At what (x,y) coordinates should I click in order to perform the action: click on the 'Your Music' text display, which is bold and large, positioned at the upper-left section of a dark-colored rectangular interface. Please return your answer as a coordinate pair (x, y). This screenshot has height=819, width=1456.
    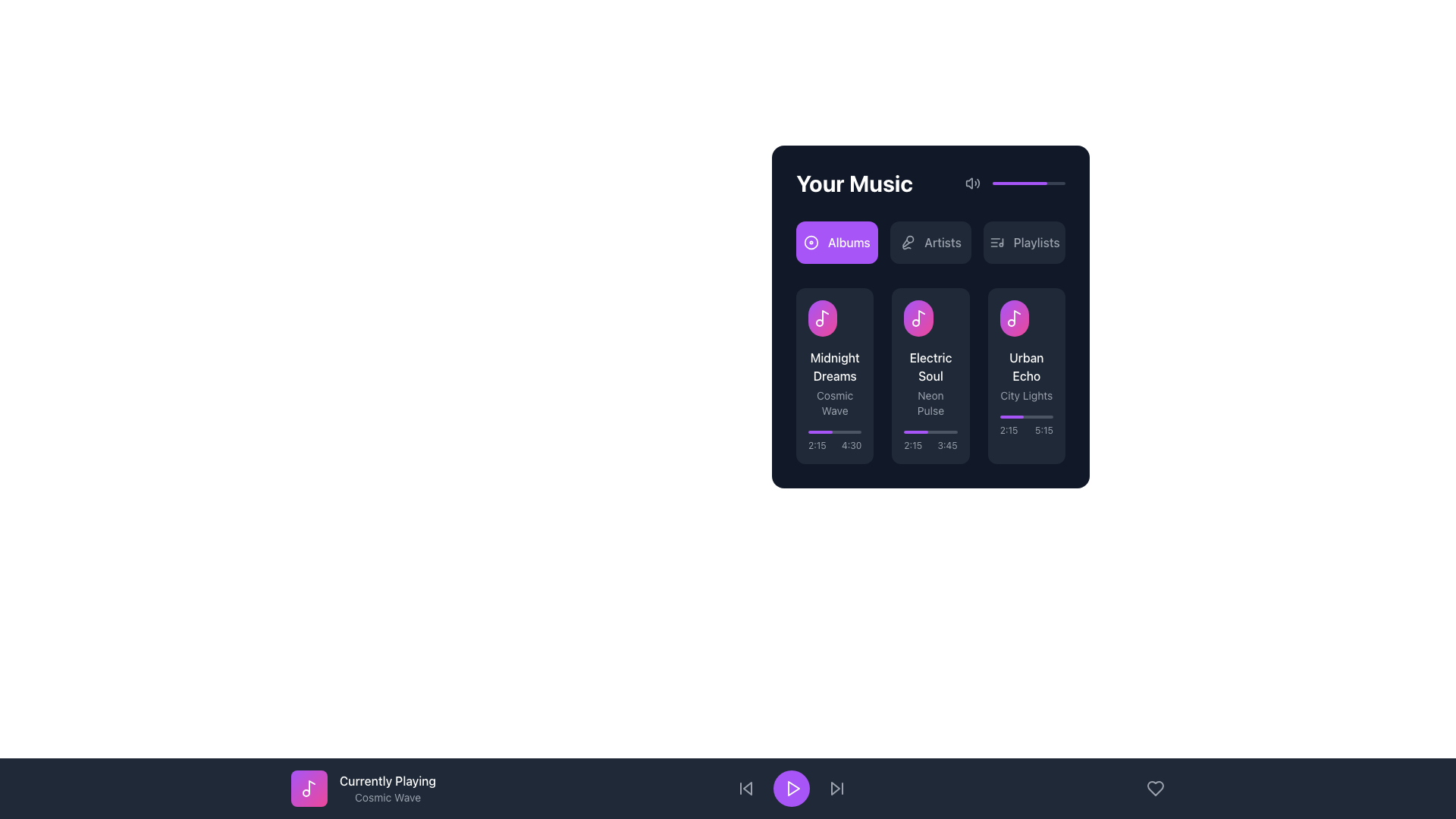
    Looking at the image, I should click on (855, 183).